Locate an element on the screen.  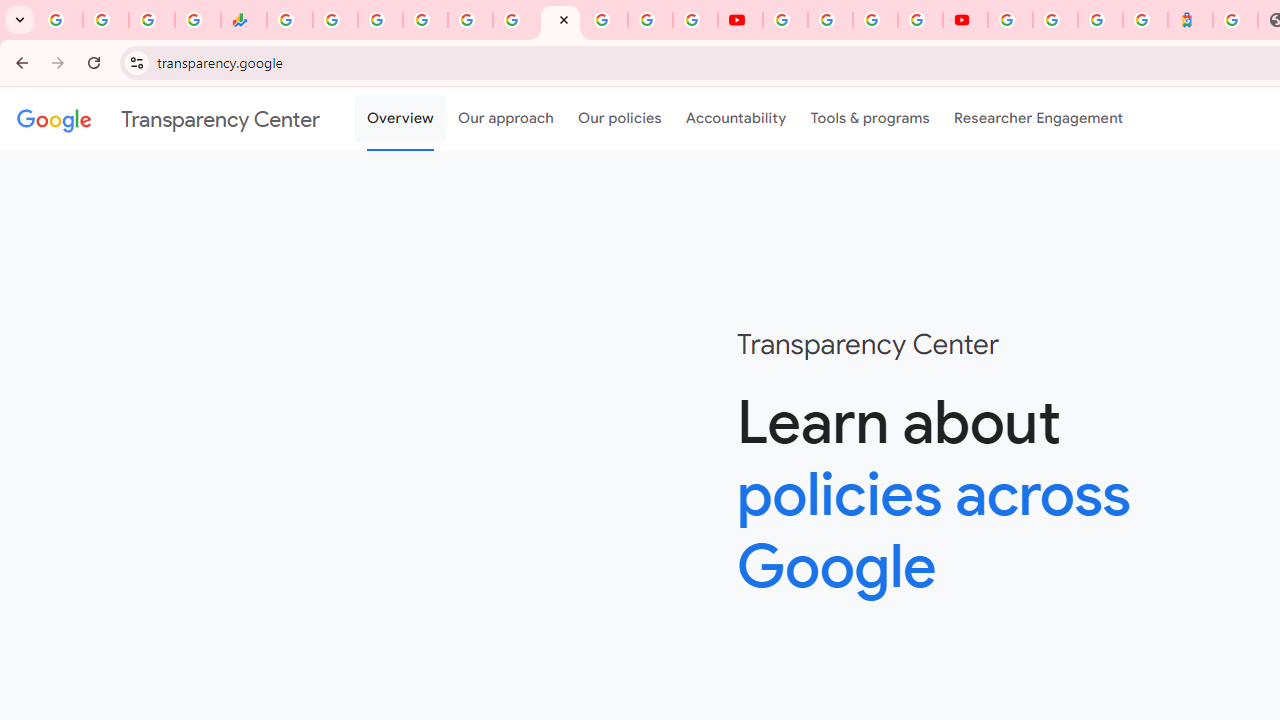
'Google Account Help' is located at coordinates (830, 20).